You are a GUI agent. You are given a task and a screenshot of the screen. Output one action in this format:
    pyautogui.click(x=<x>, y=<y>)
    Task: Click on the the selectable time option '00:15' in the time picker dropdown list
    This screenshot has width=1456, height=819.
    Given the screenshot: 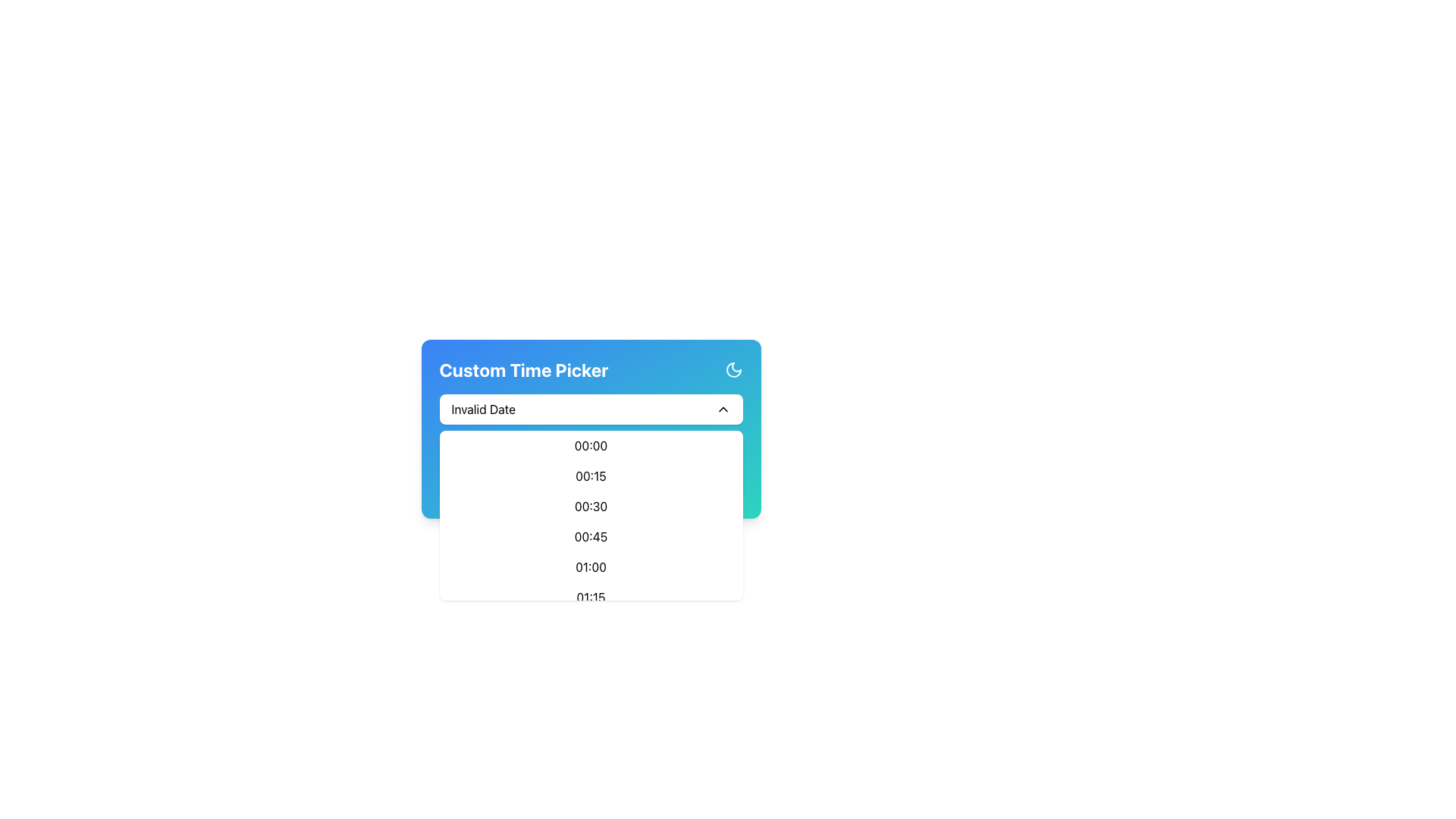 What is the action you would take?
    pyautogui.click(x=590, y=475)
    